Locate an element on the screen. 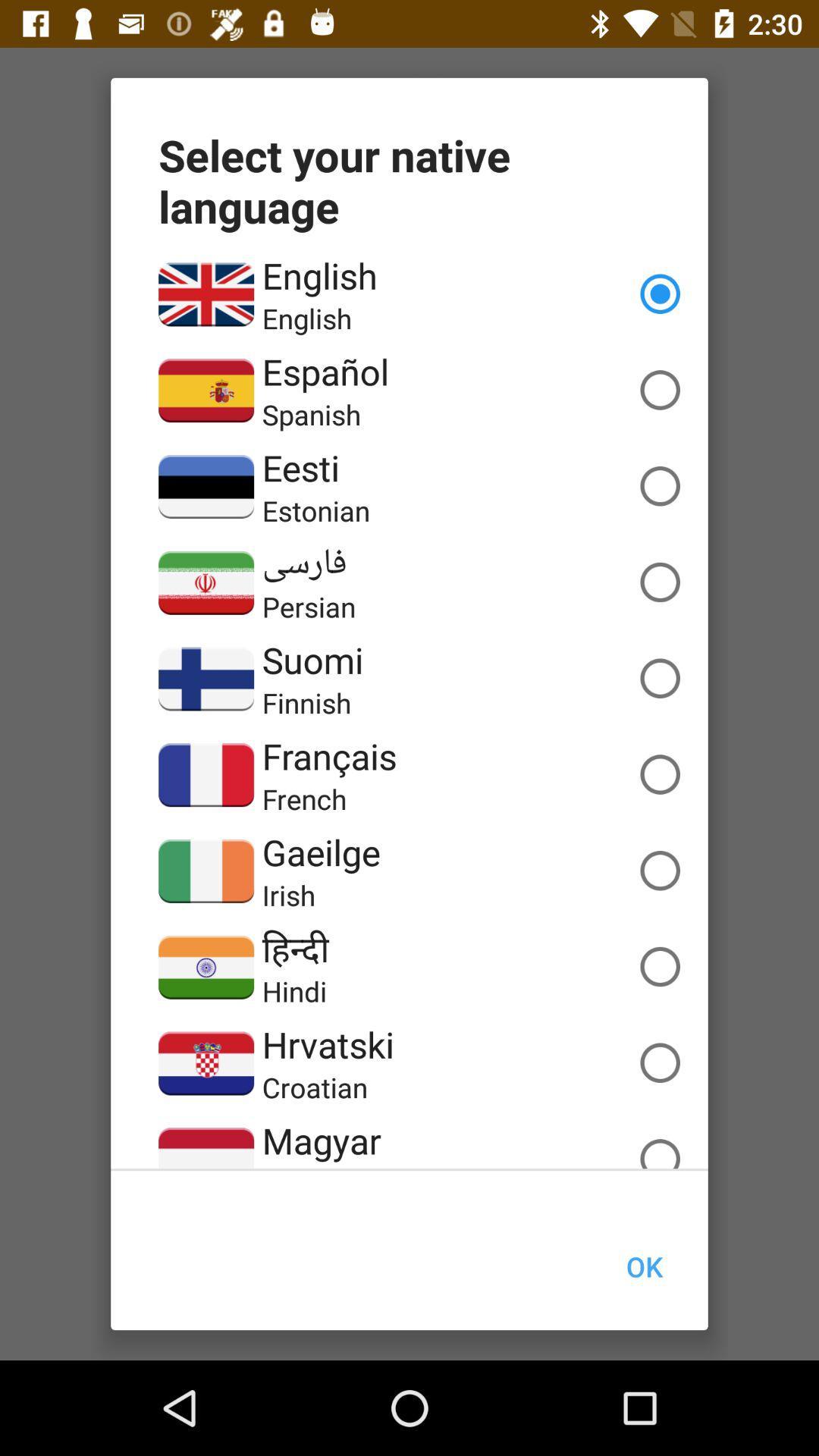  the gaeilge icon is located at coordinates (320, 852).